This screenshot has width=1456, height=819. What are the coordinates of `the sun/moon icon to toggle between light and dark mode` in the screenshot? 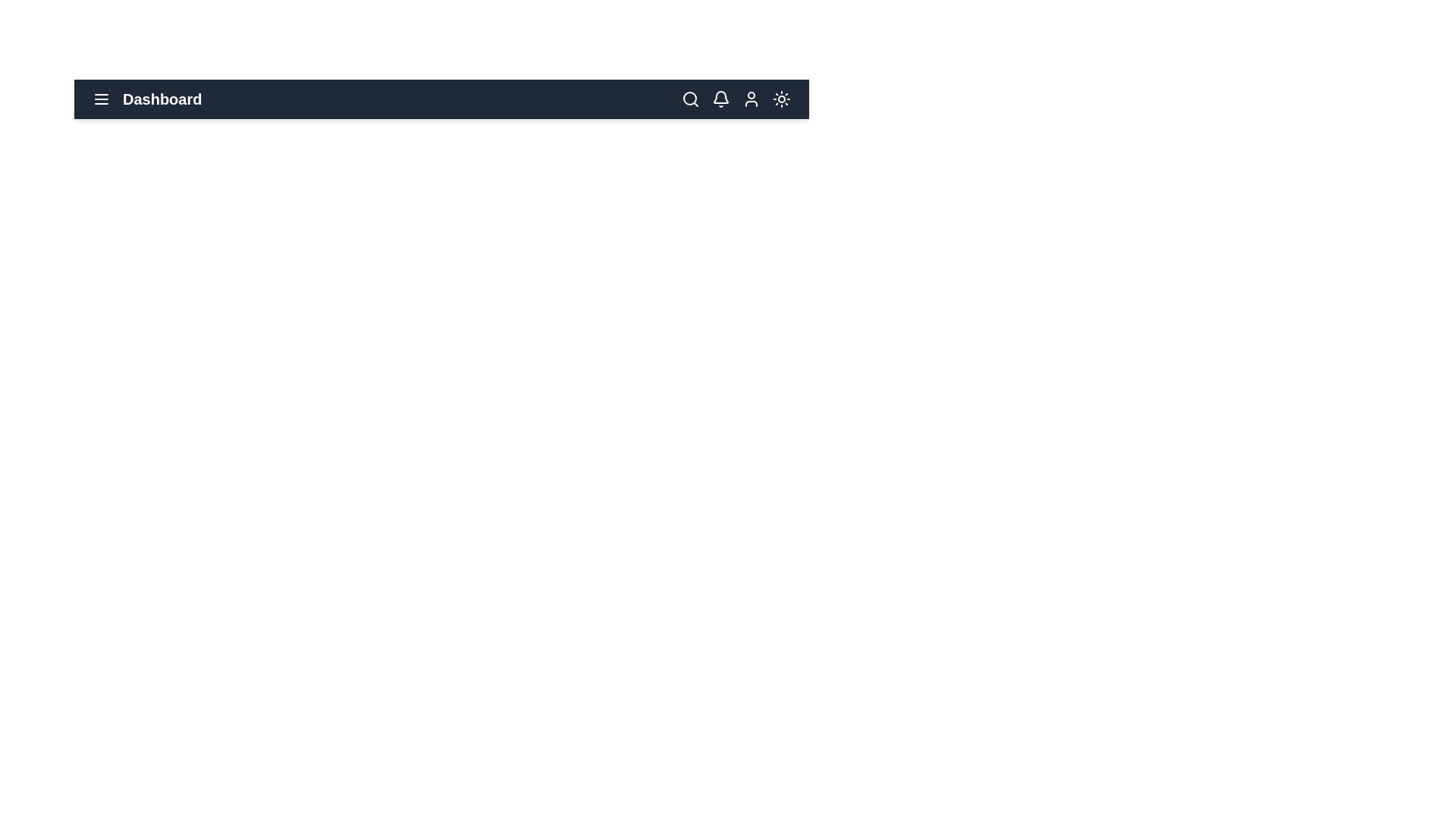 It's located at (782, 99).